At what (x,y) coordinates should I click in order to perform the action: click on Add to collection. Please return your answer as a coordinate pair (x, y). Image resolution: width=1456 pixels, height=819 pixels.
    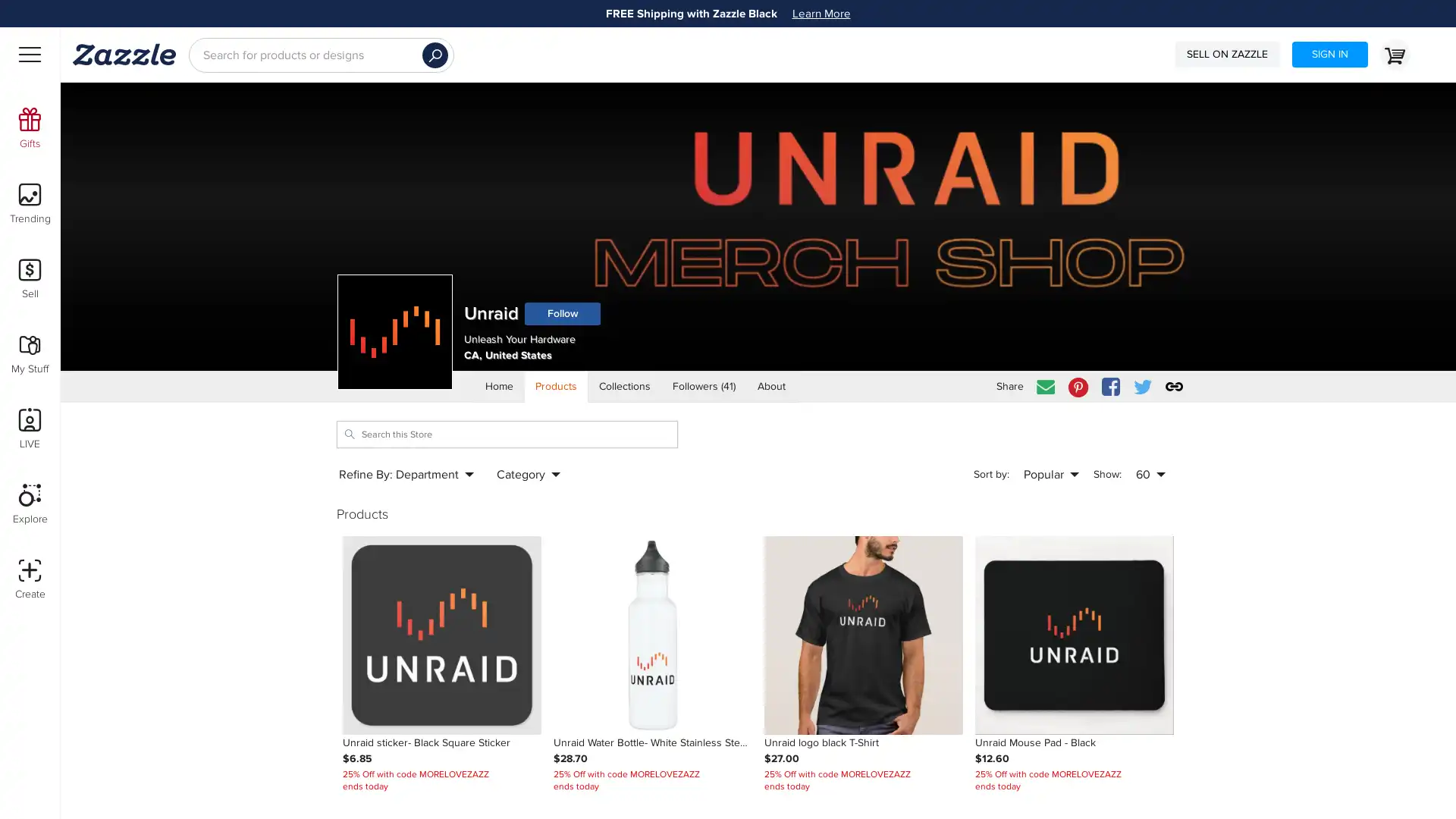
    Looking at the image, I should click on (1140, 550).